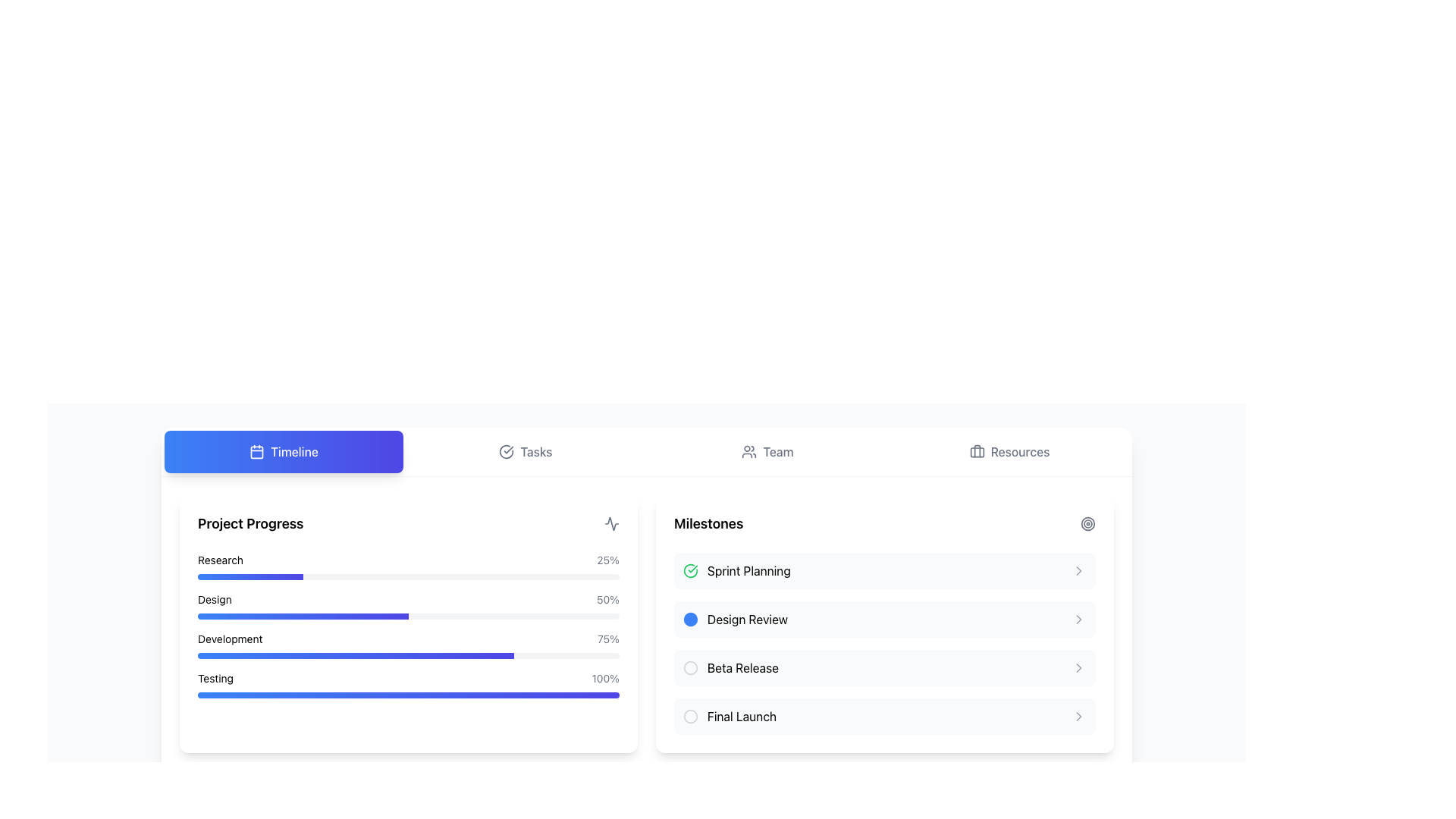 The image size is (1456, 819). Describe the element at coordinates (408, 639) in the screenshot. I see `progress information of the 'Development' phase, which is represented as the third progress item in the 'Project Progress' section` at that location.